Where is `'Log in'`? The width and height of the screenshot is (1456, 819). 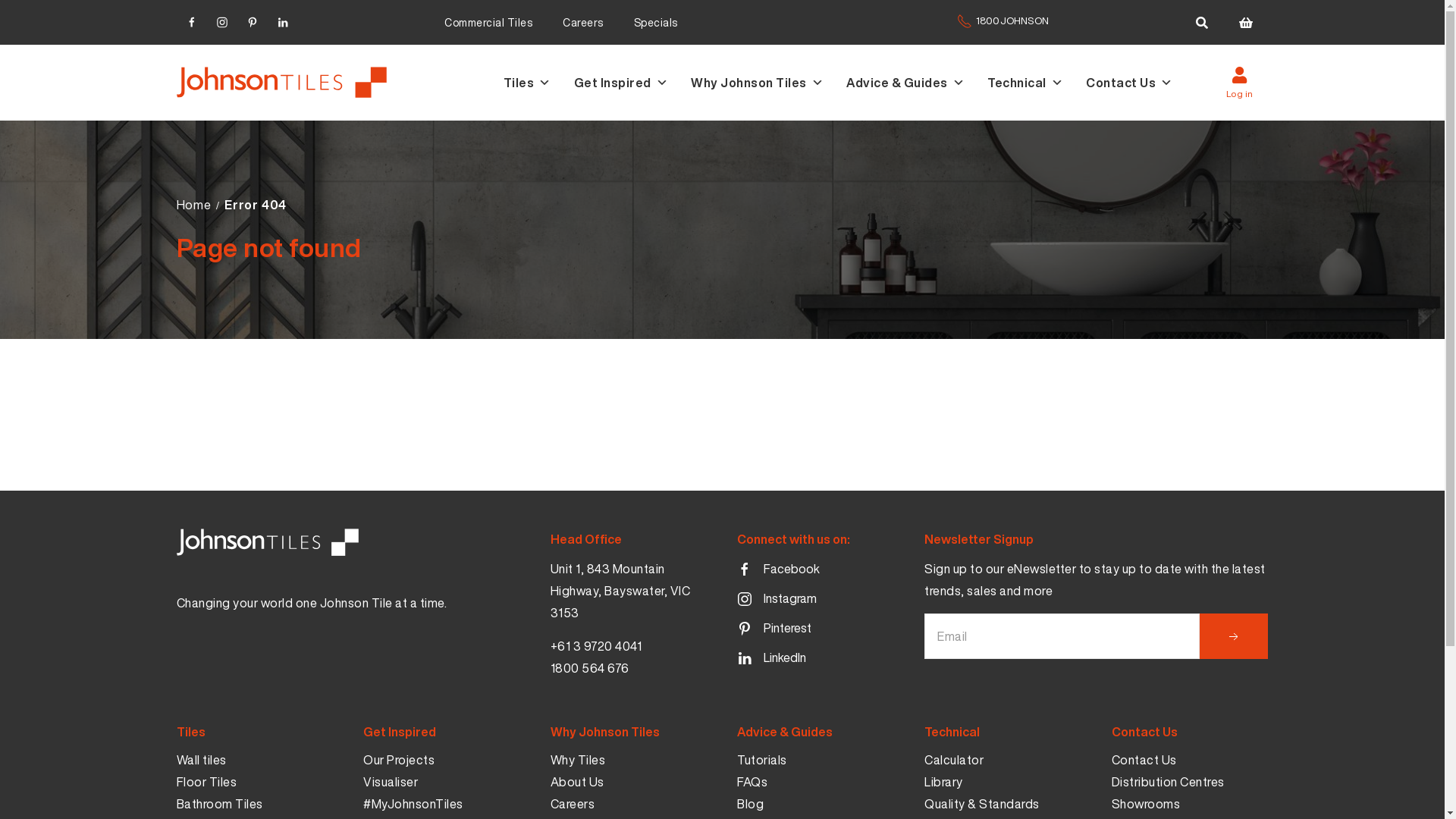
'Log in' is located at coordinates (1238, 82).